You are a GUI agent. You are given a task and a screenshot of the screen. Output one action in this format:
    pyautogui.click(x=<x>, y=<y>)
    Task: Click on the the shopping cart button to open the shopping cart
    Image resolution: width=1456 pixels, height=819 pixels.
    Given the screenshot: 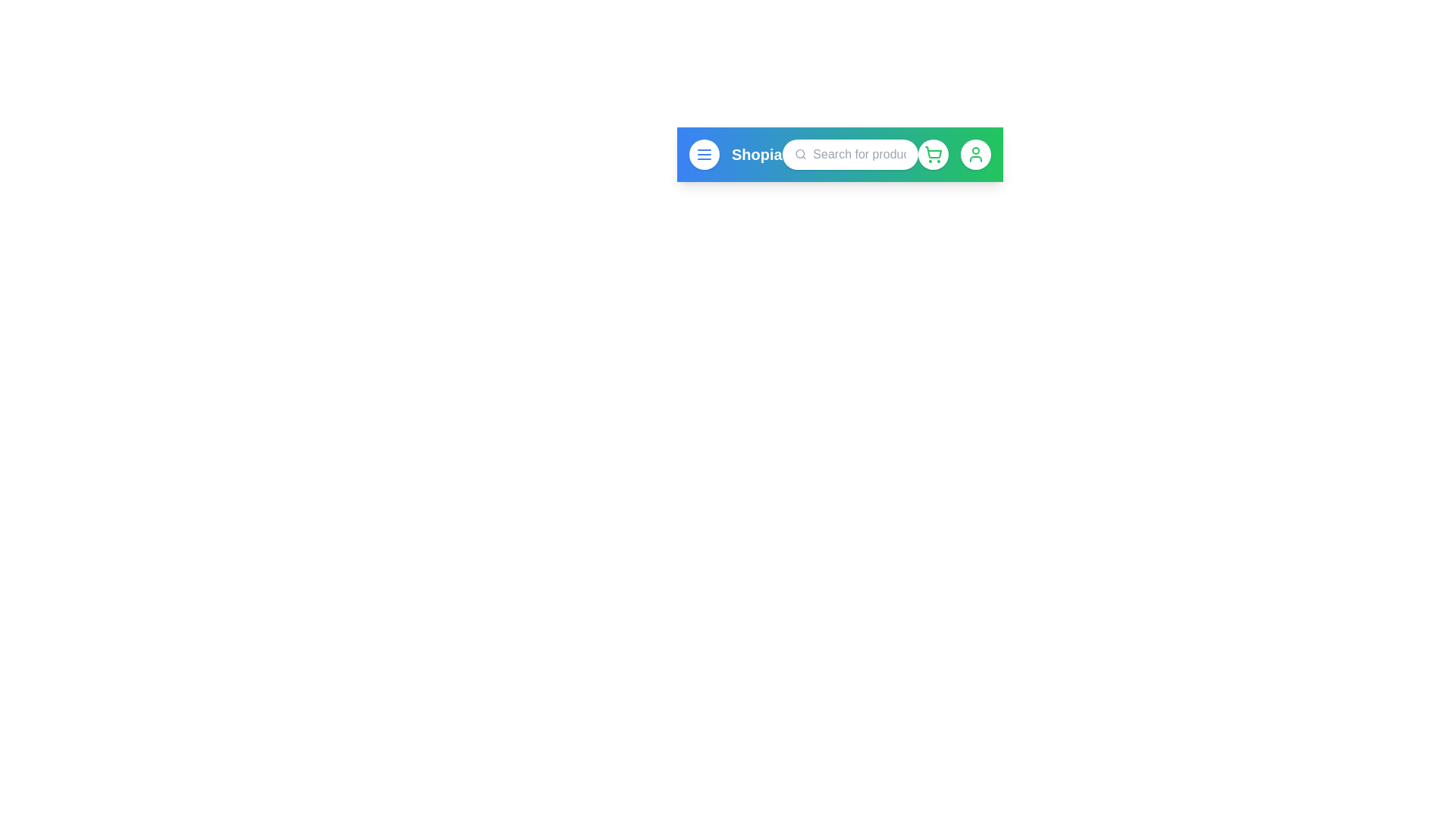 What is the action you would take?
    pyautogui.click(x=932, y=155)
    